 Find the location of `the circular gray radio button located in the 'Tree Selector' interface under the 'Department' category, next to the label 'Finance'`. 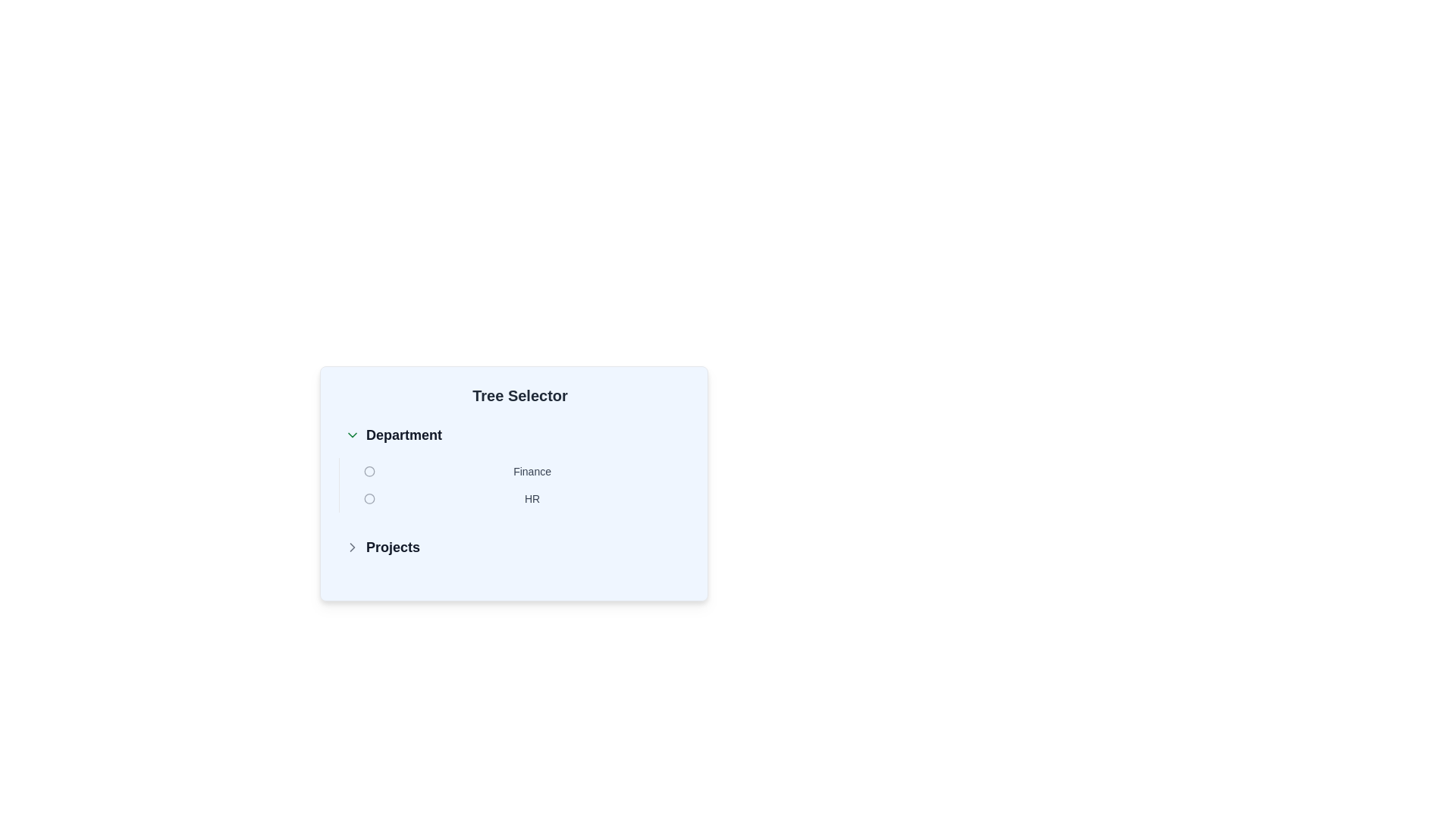

the circular gray radio button located in the 'Tree Selector' interface under the 'Department' category, next to the label 'Finance' is located at coordinates (369, 499).